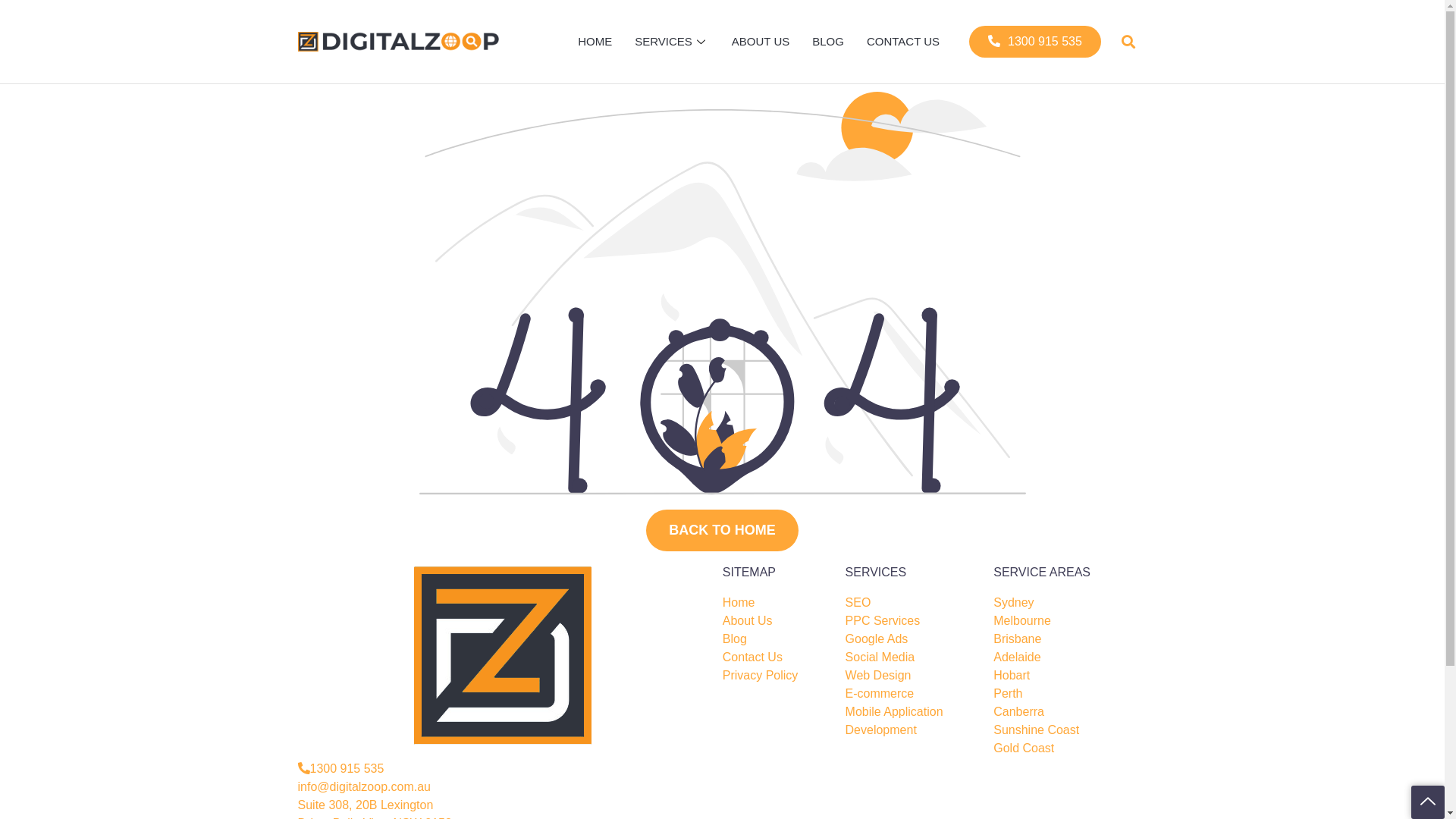  What do you see at coordinates (993, 657) in the screenshot?
I see `'Adelaide'` at bounding box center [993, 657].